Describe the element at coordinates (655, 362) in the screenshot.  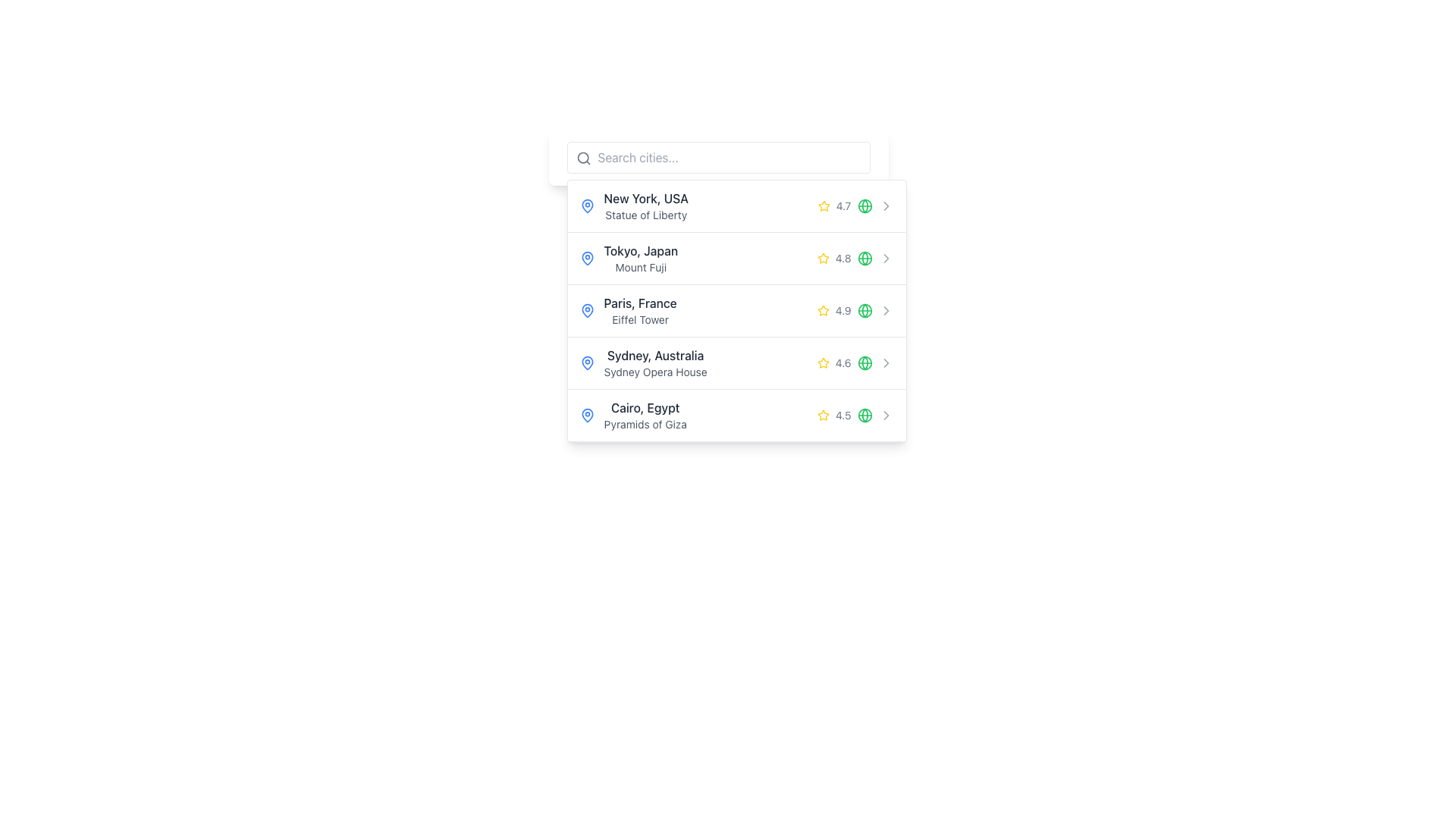
I see `the Text Display containing 'Sydney, Australia'` at that location.